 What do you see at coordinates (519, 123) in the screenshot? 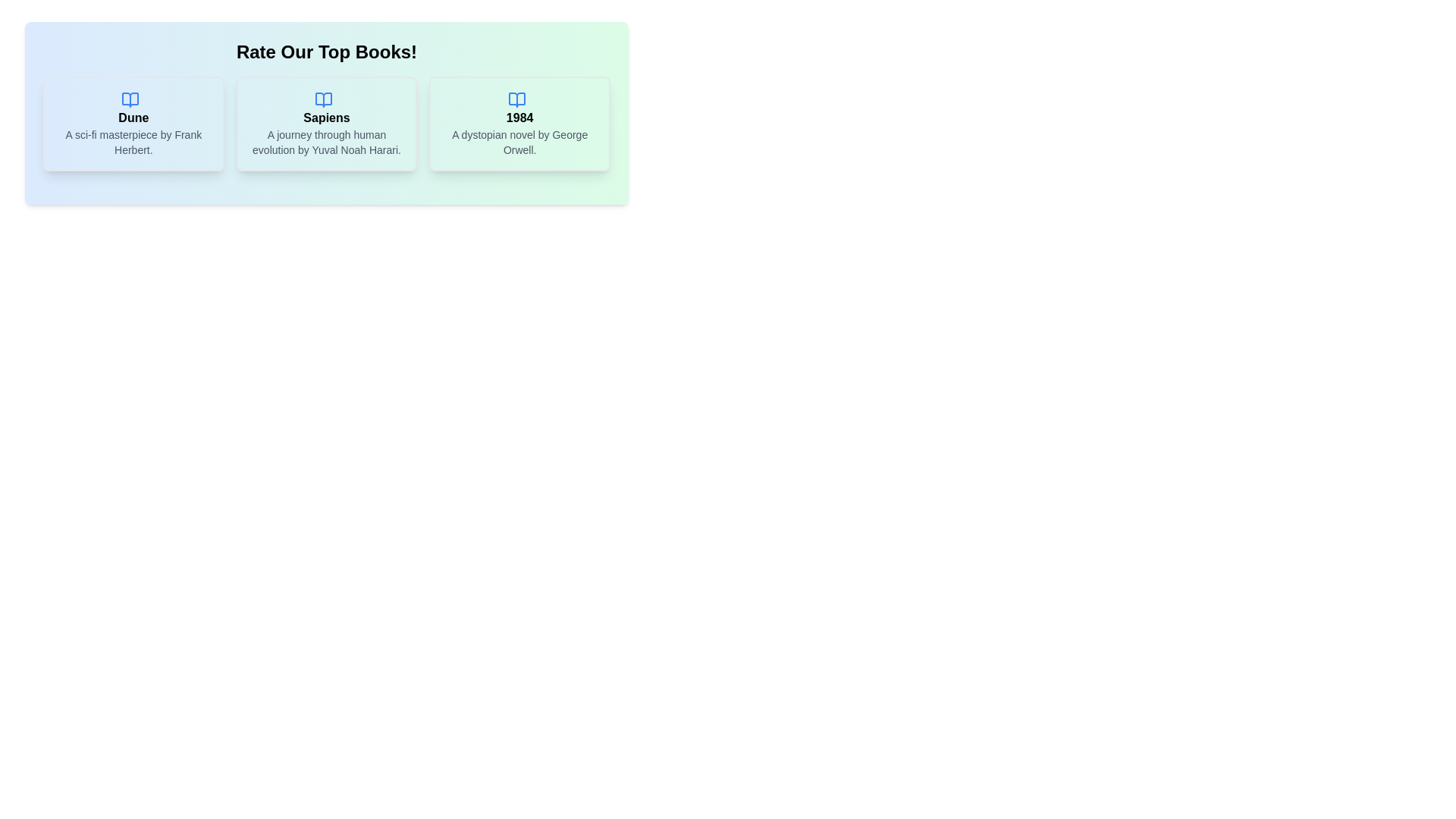
I see `to select the card titled '1984', which is the third card in the grid below the header 'Rate Our Top Books!'` at bounding box center [519, 123].